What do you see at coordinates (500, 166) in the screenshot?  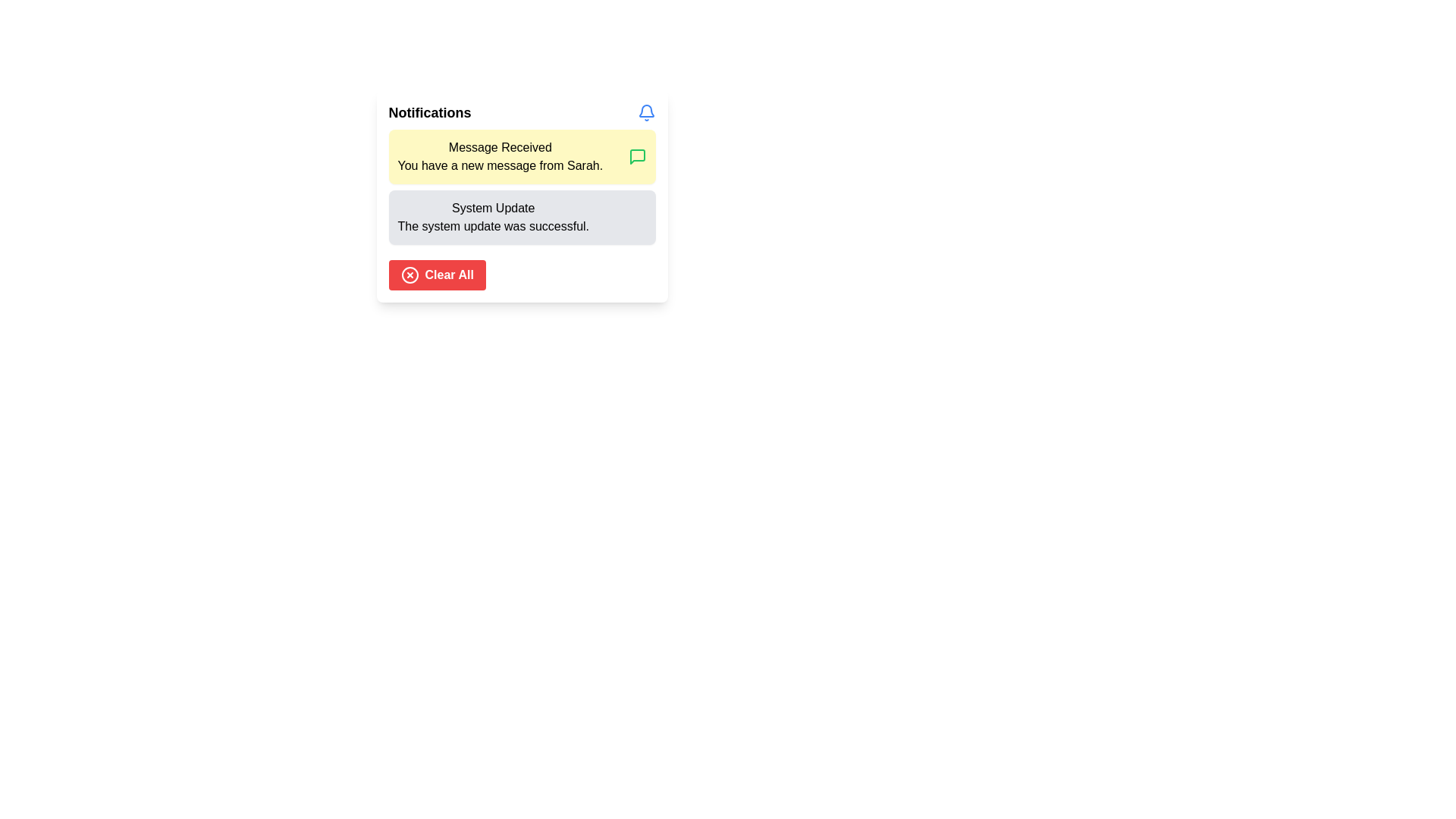 I see `the text label that provides detailed information about the notification titled 'Message Received', which is centrally aligned within the yellow-highlighted notification card` at bounding box center [500, 166].